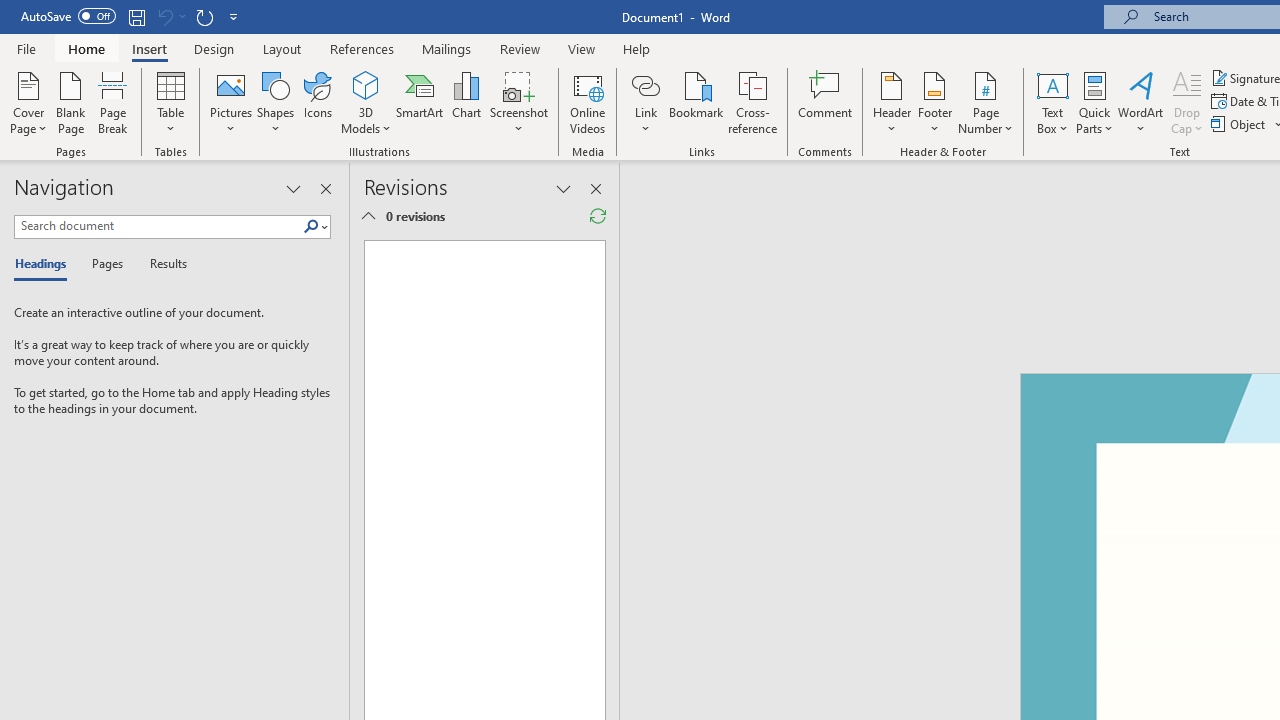 The image size is (1280, 720). I want to click on 'Bookmark...', so click(696, 103).